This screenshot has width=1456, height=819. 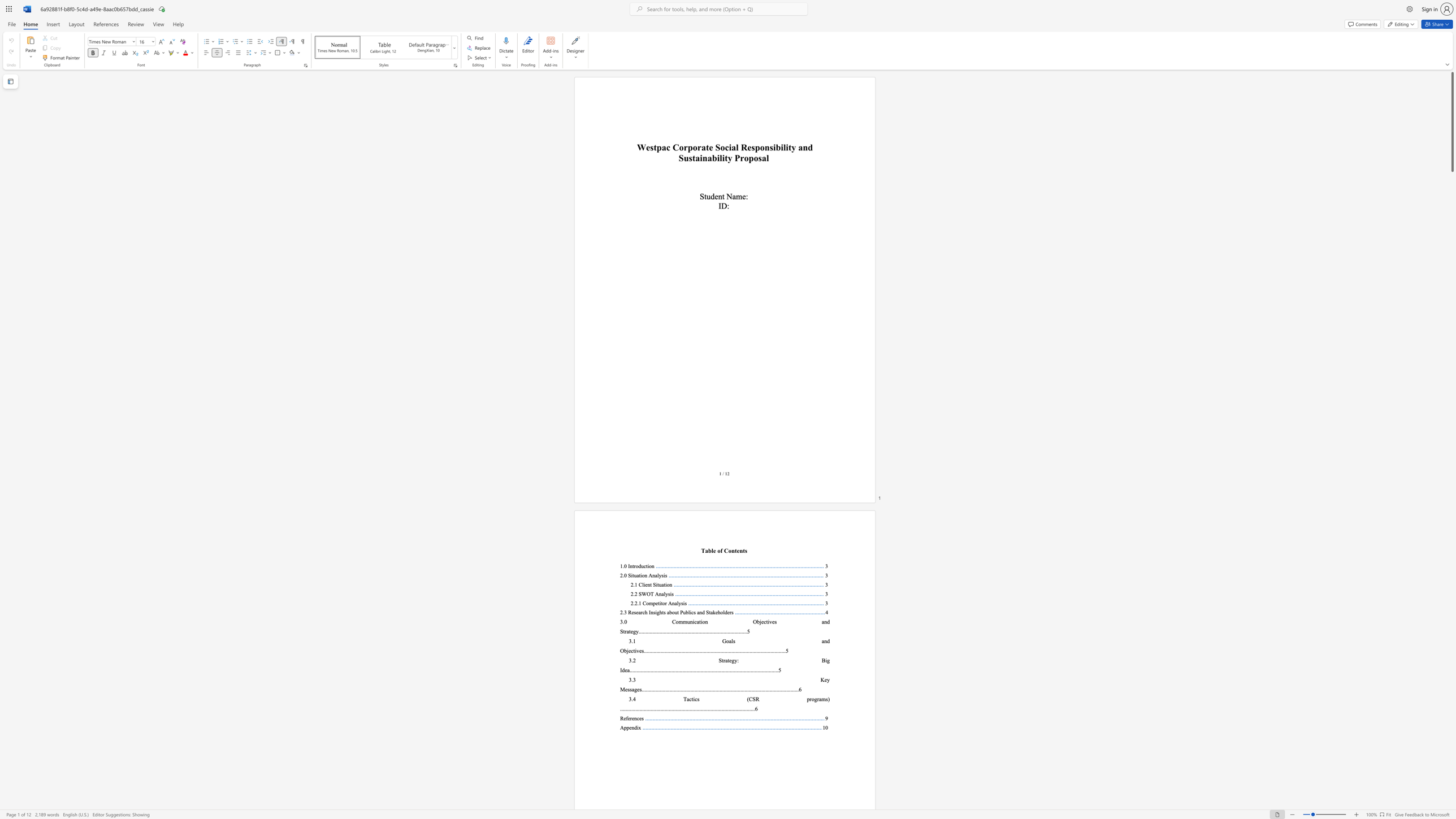 What do you see at coordinates (692, 698) in the screenshot?
I see `the 1th character "t" in the text` at bounding box center [692, 698].